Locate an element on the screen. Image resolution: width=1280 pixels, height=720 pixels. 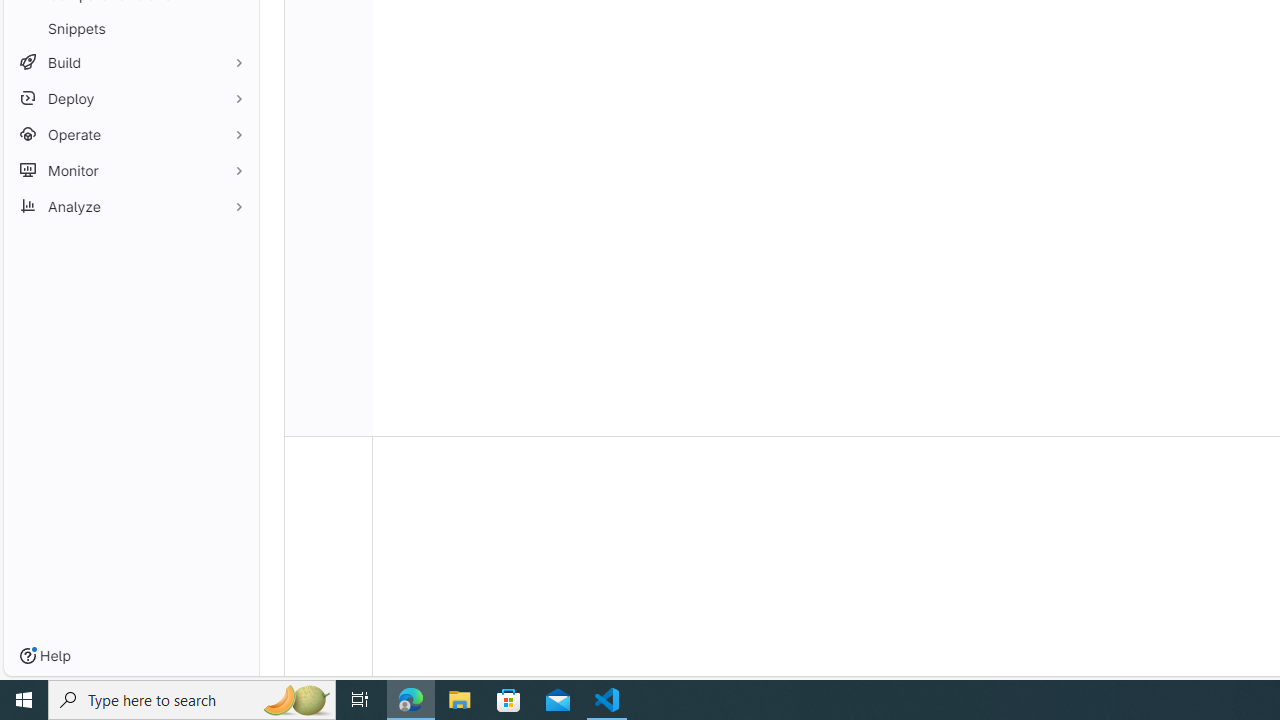
'Monitor' is located at coordinates (130, 169).